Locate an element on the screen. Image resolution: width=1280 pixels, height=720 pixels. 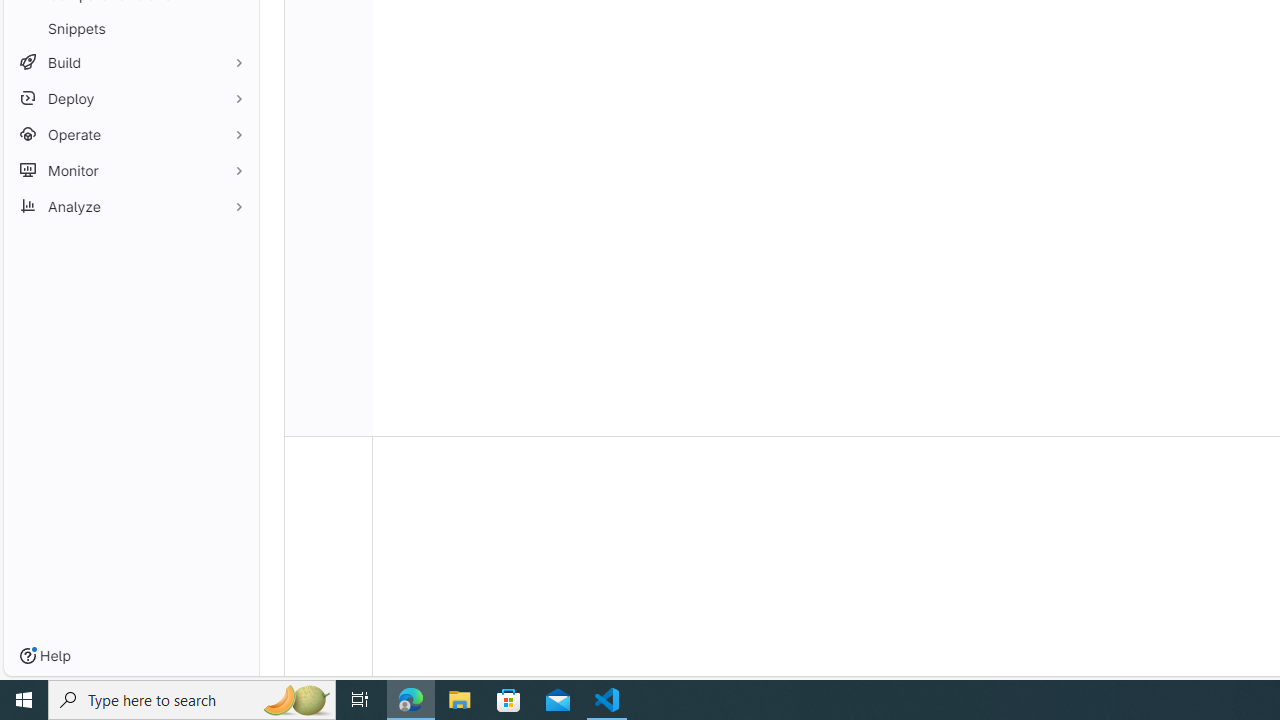
'Monitor' is located at coordinates (130, 169).